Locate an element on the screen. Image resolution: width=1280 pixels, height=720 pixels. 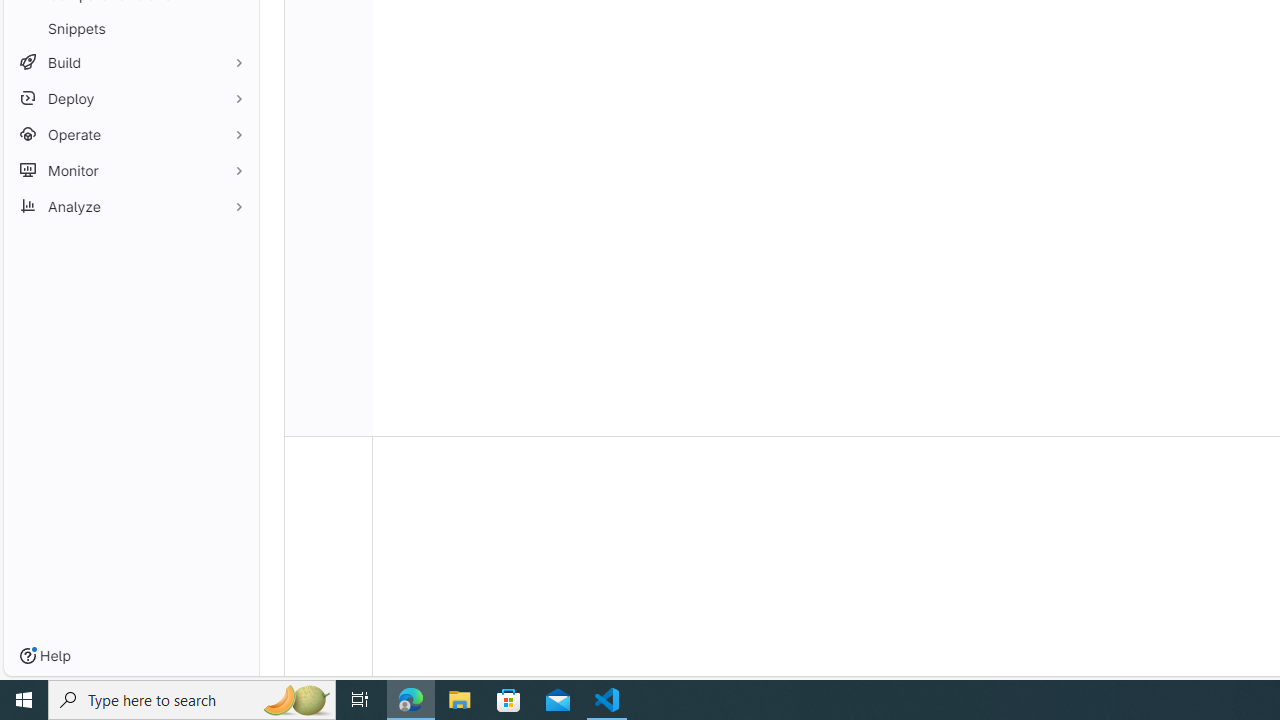
'Monitor' is located at coordinates (130, 169).